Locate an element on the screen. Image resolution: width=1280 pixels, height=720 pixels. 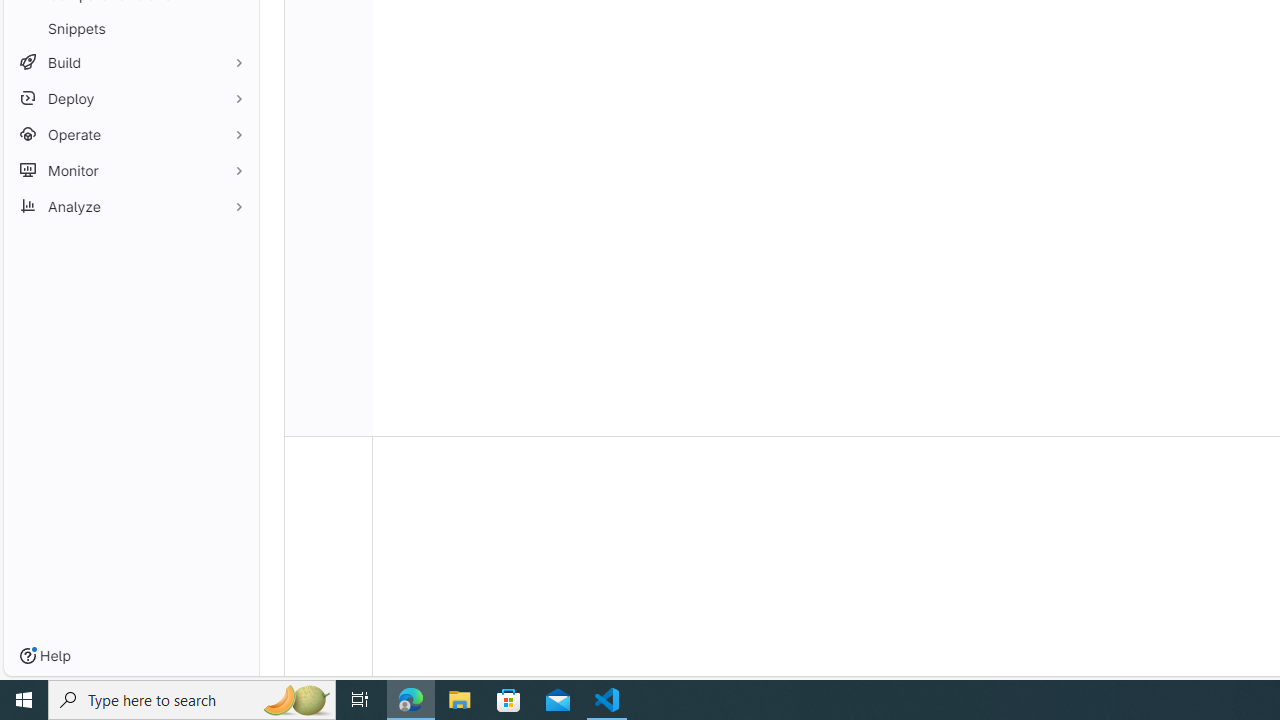
'Monitor' is located at coordinates (130, 169).